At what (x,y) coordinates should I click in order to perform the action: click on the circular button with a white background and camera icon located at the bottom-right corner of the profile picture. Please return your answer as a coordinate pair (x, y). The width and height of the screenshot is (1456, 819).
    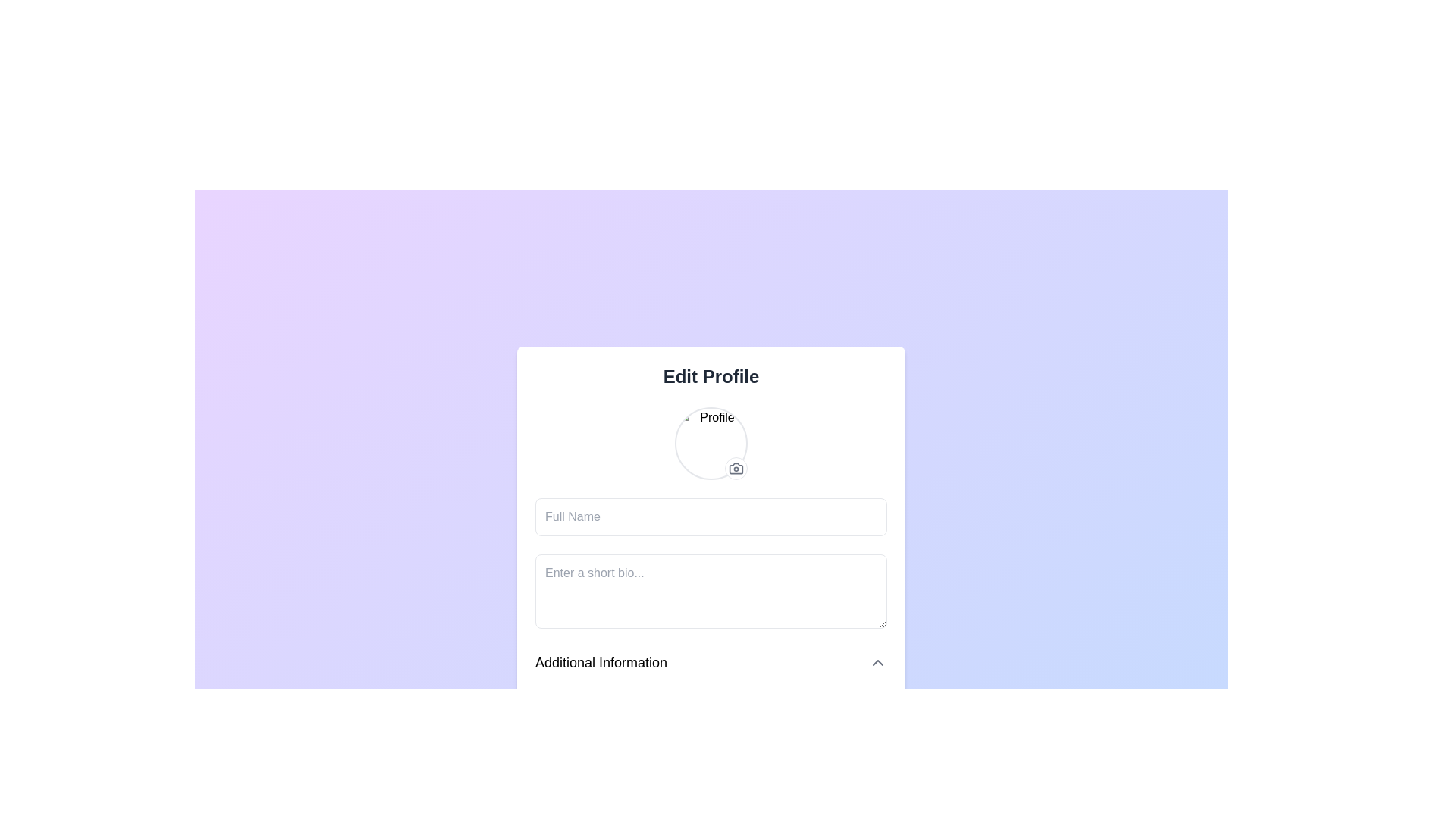
    Looking at the image, I should click on (736, 467).